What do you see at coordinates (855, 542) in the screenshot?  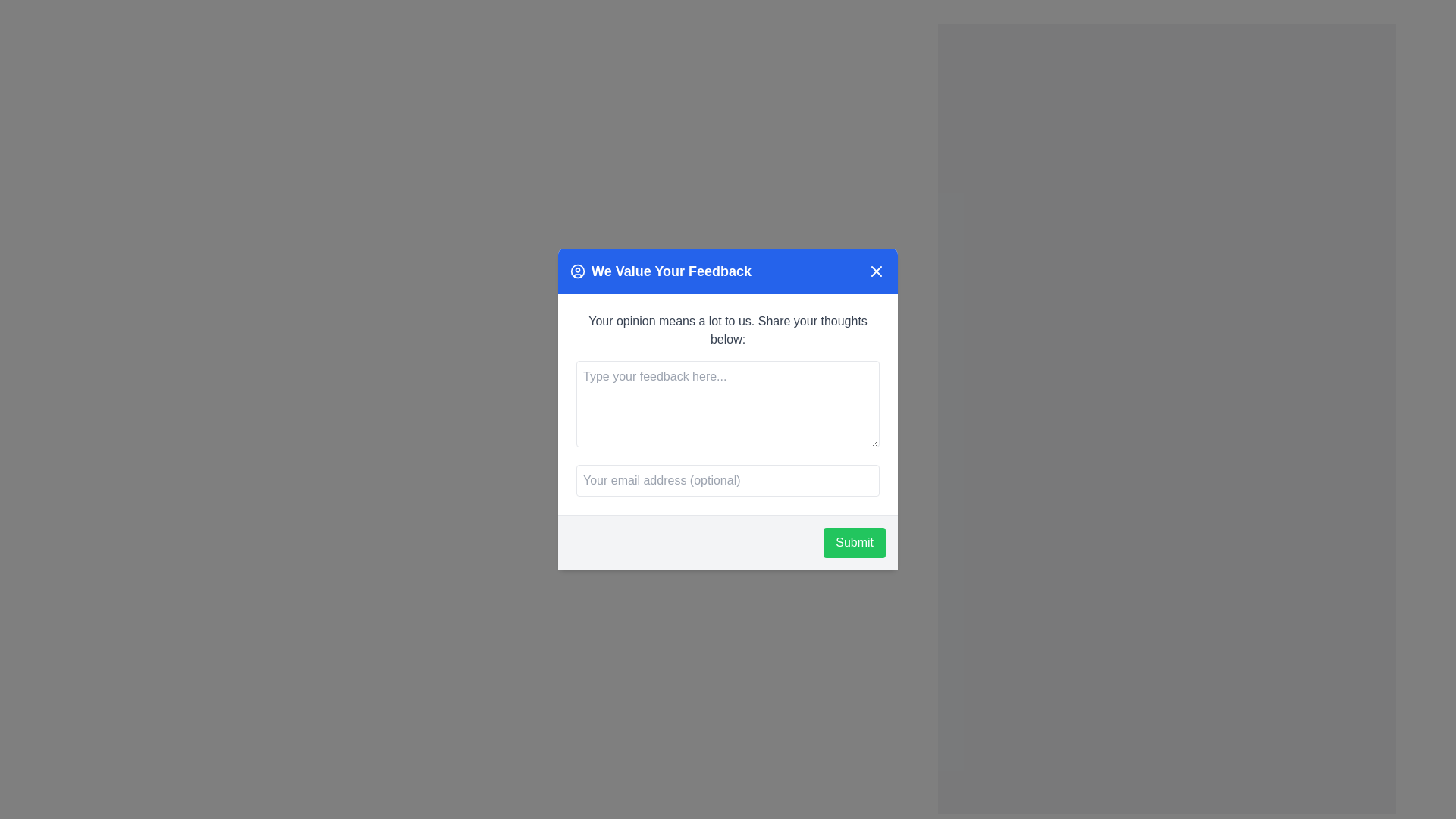 I see `the submission button located at the bottom-right corner of the modal titled 'We Value Your Feedback' to observe the hover effect` at bounding box center [855, 542].